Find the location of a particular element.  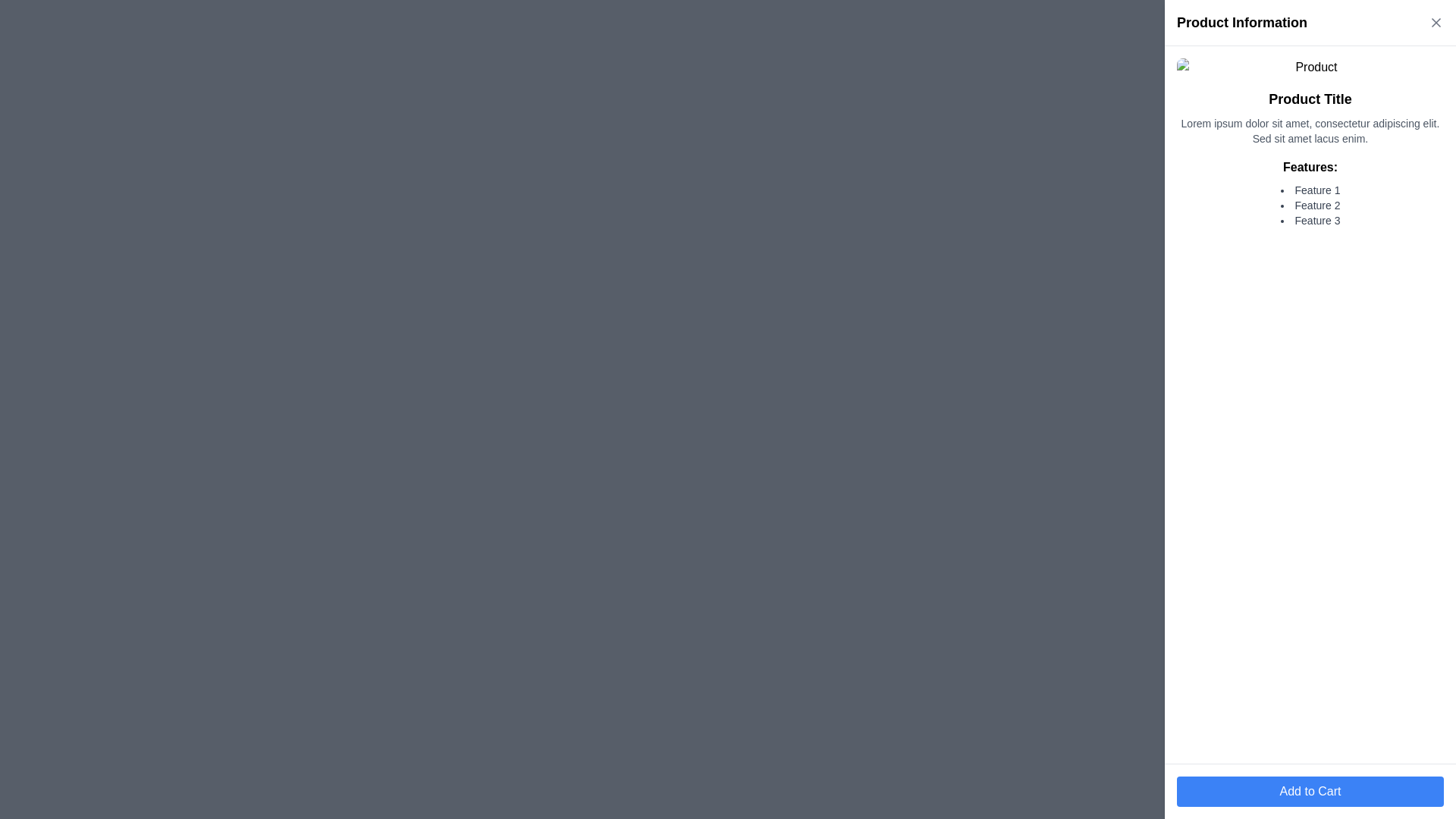

the 'Add to Cart' button, which is a rectangular button with a blue background and white text, located at the bottom of the interface is located at coordinates (1310, 791).